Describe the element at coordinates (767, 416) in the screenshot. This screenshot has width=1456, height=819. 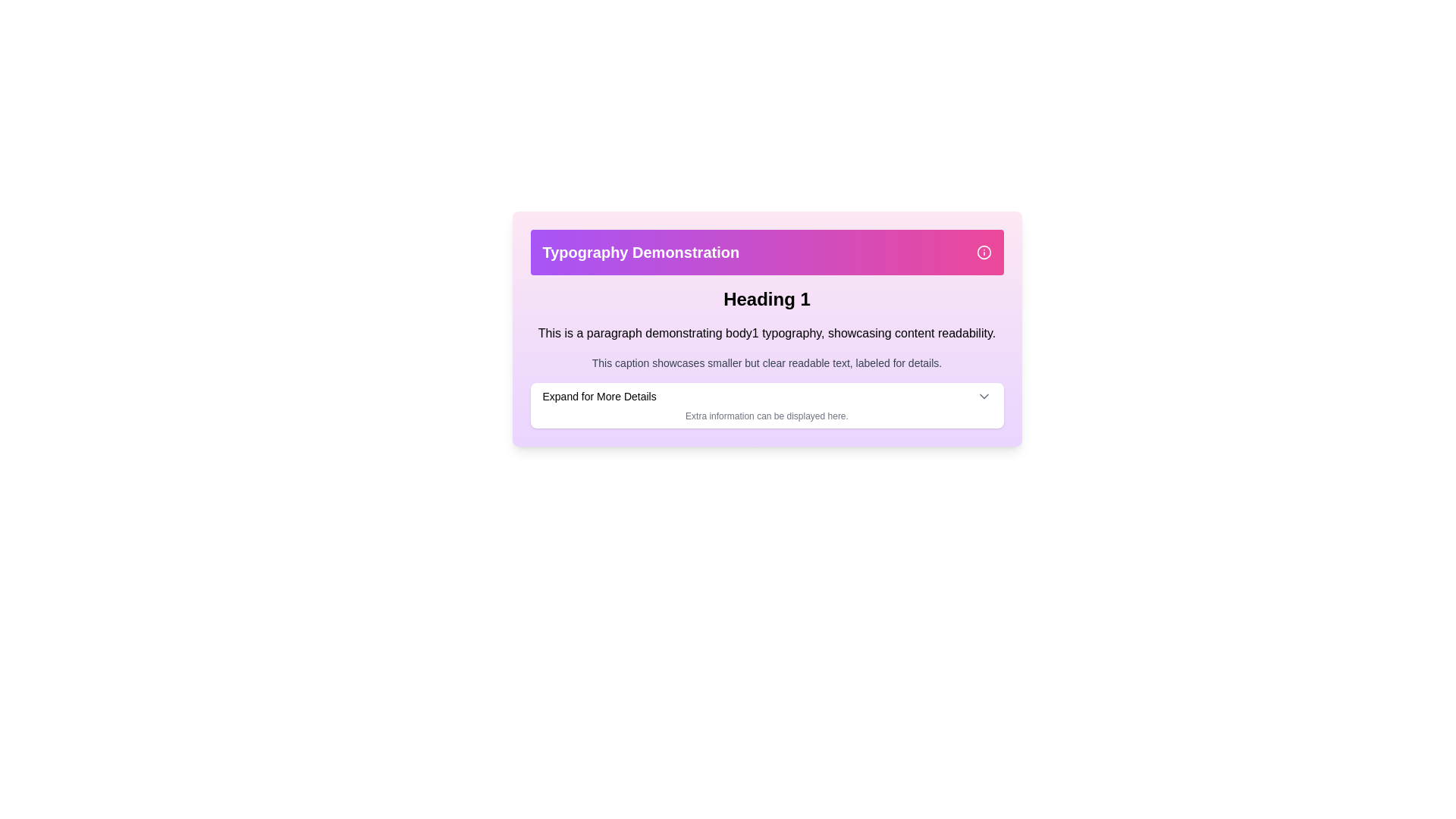
I see `the Text Label that reads 'Extra information can be displayed here.', which is positioned below the 'Expand for More Details.' dropdown button` at that location.